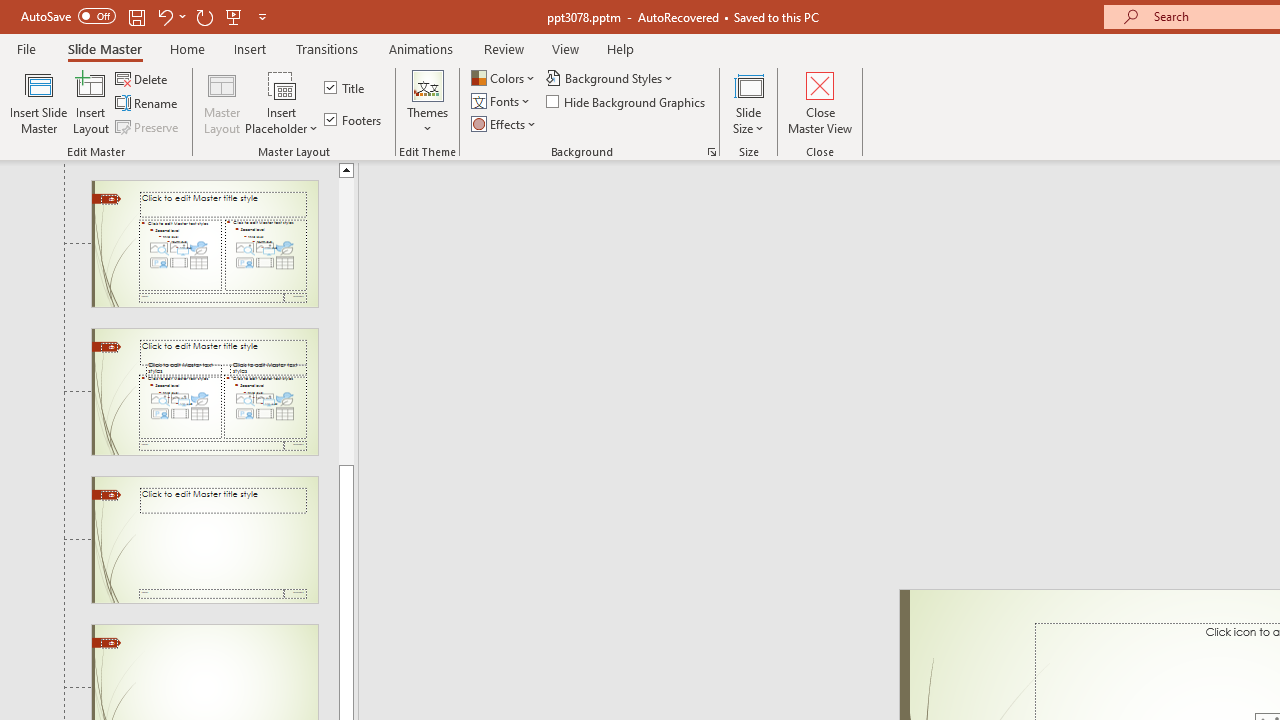 Image resolution: width=1280 pixels, height=720 pixels. What do you see at coordinates (504, 77) in the screenshot?
I see `'Colors'` at bounding box center [504, 77].